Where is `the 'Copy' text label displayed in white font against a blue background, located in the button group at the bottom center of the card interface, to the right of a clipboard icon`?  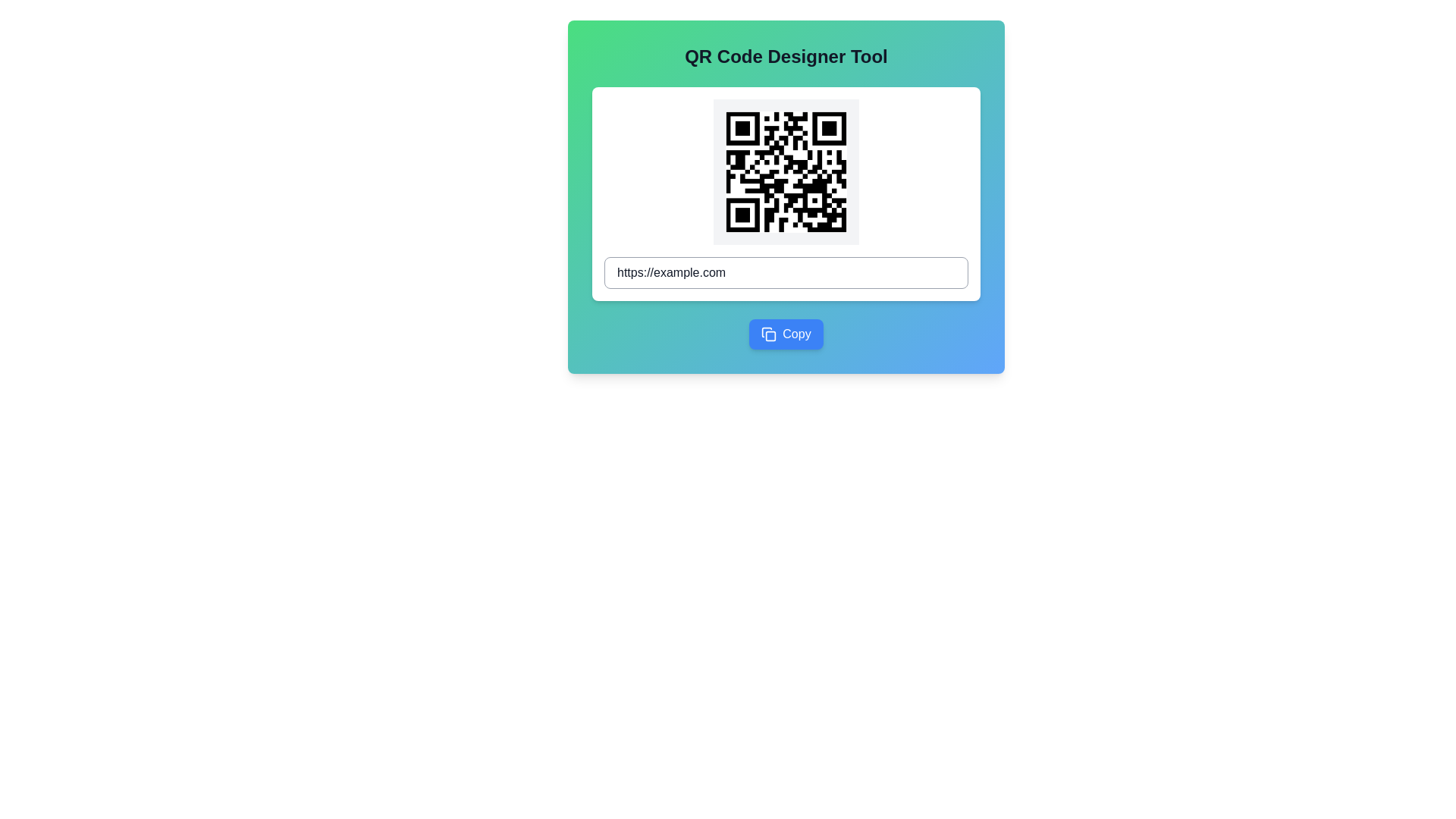 the 'Copy' text label displayed in white font against a blue background, located in the button group at the bottom center of the card interface, to the right of a clipboard icon is located at coordinates (796, 333).